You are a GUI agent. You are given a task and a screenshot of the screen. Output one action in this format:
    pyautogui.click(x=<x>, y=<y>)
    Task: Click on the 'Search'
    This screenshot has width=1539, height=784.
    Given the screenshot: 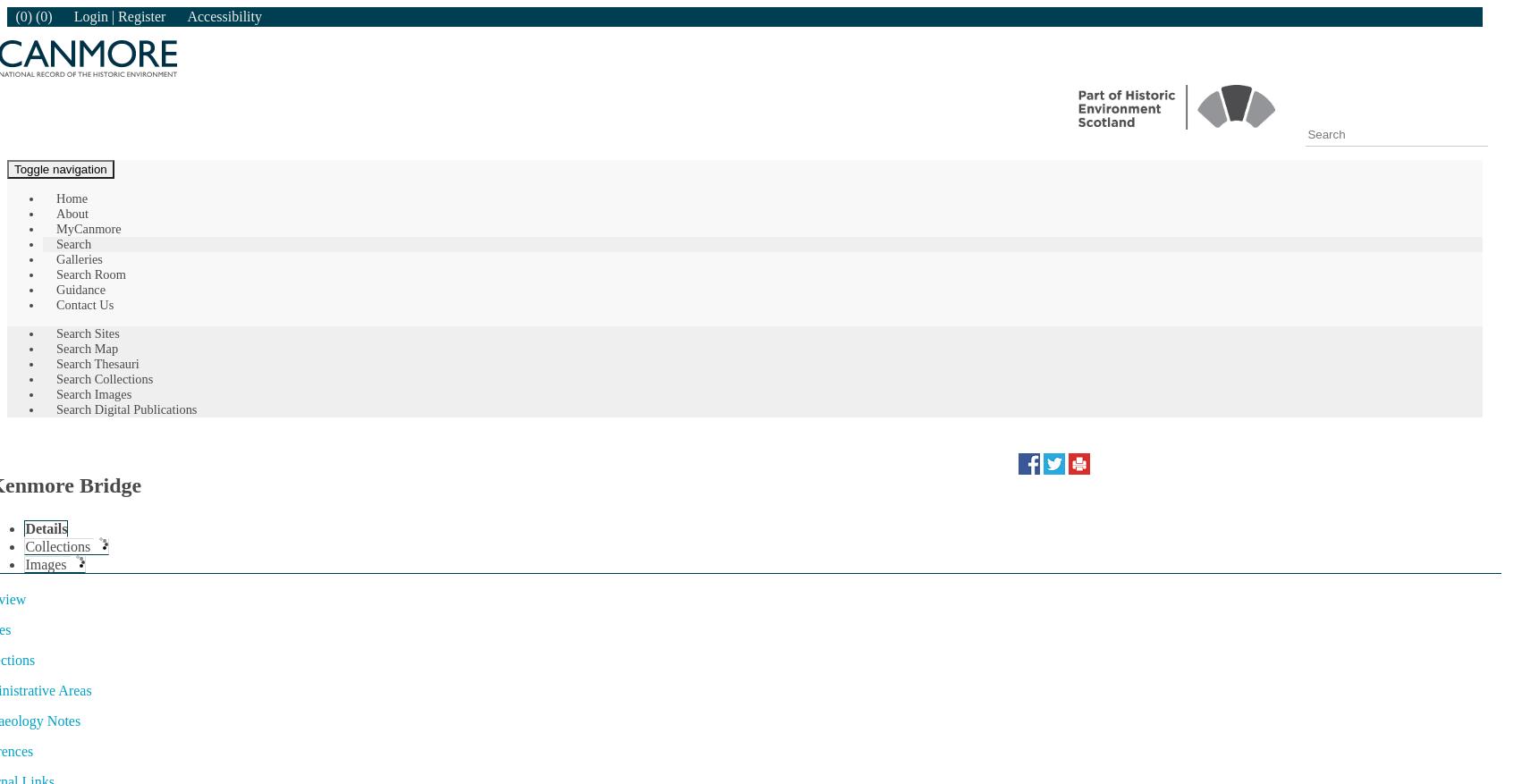 What is the action you would take?
    pyautogui.click(x=73, y=244)
    